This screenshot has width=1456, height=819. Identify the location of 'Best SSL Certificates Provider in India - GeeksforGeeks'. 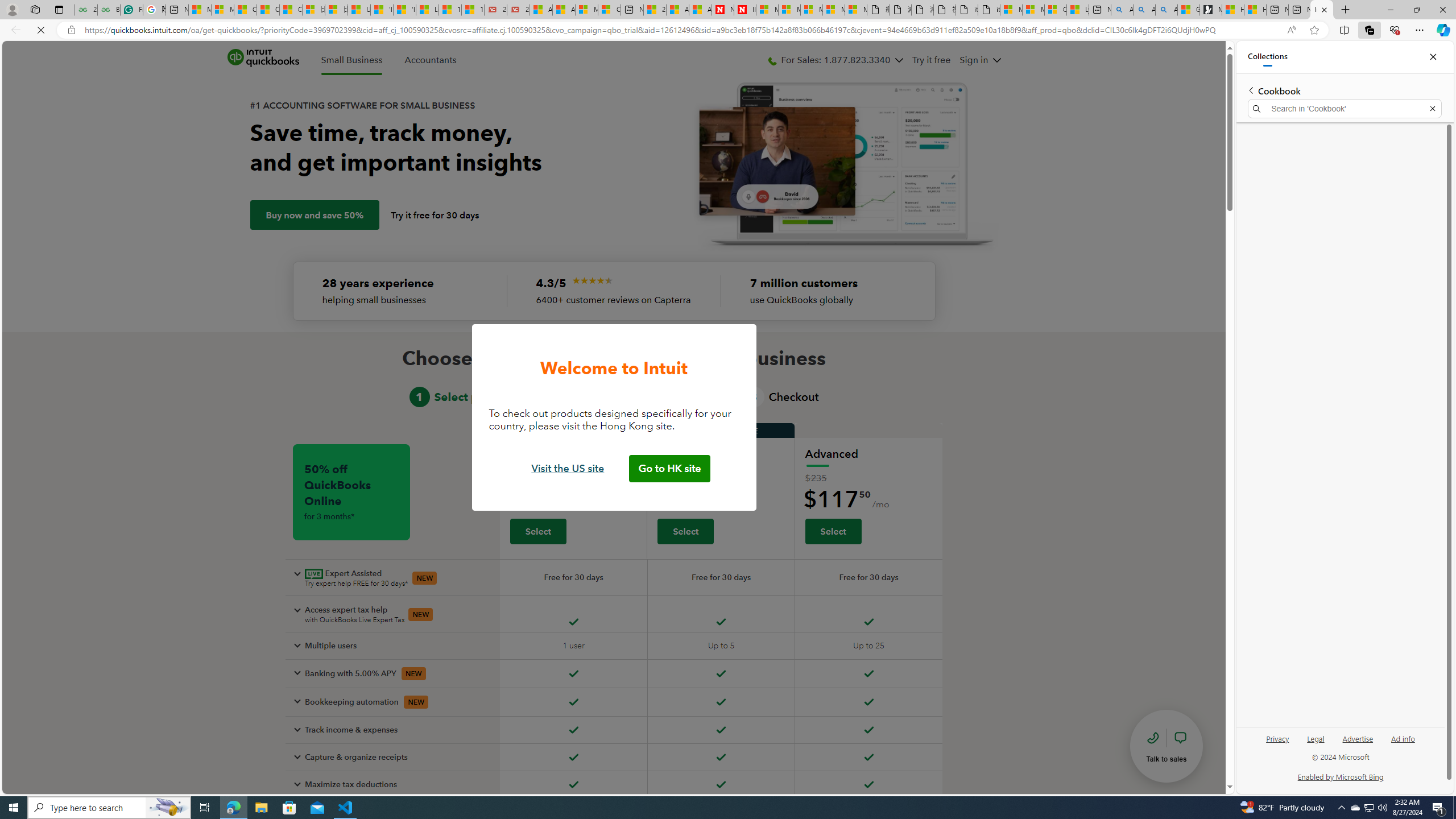
(109, 9).